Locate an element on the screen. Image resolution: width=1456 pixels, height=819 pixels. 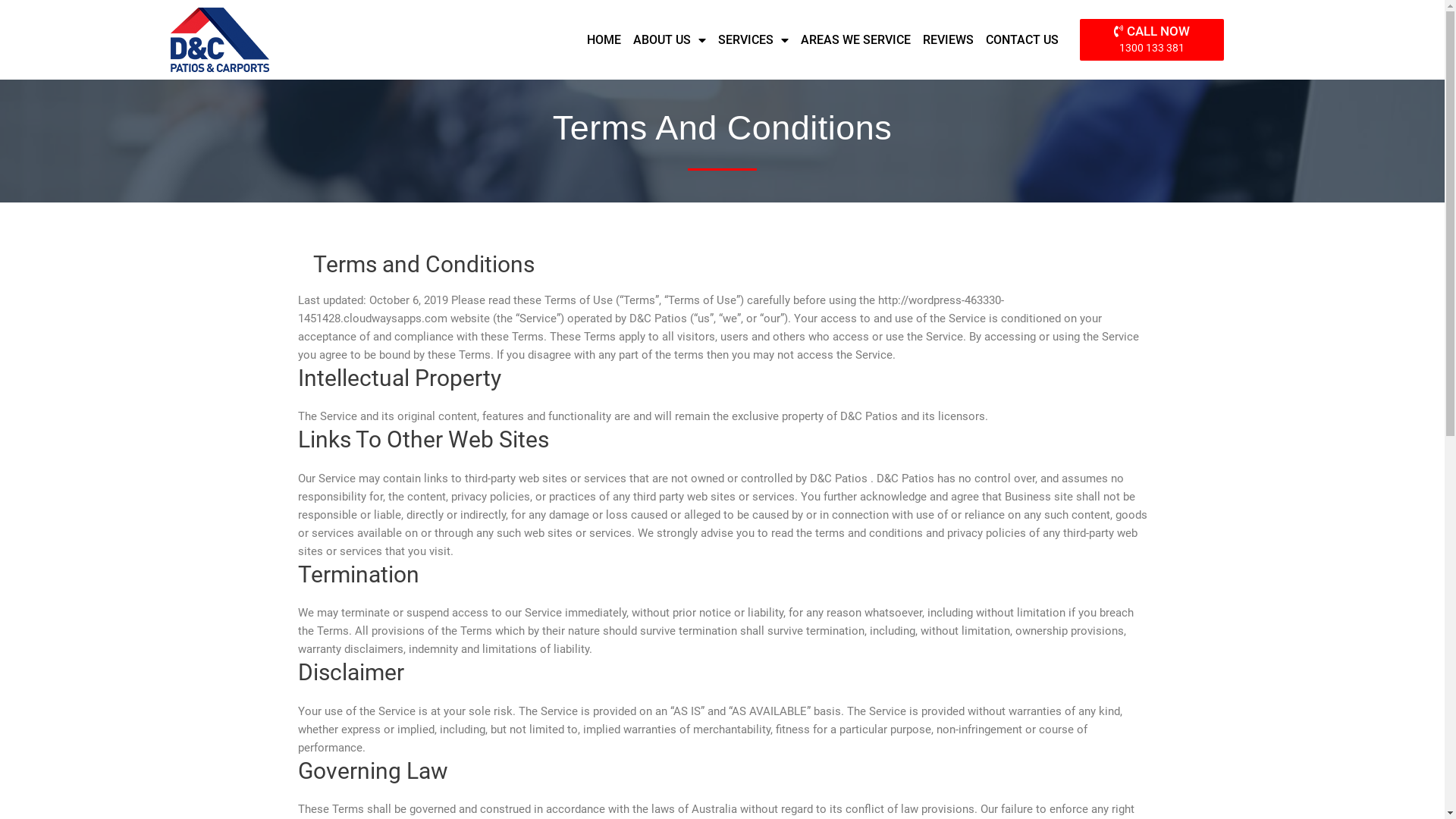
'REVIEWS' is located at coordinates (947, 38).